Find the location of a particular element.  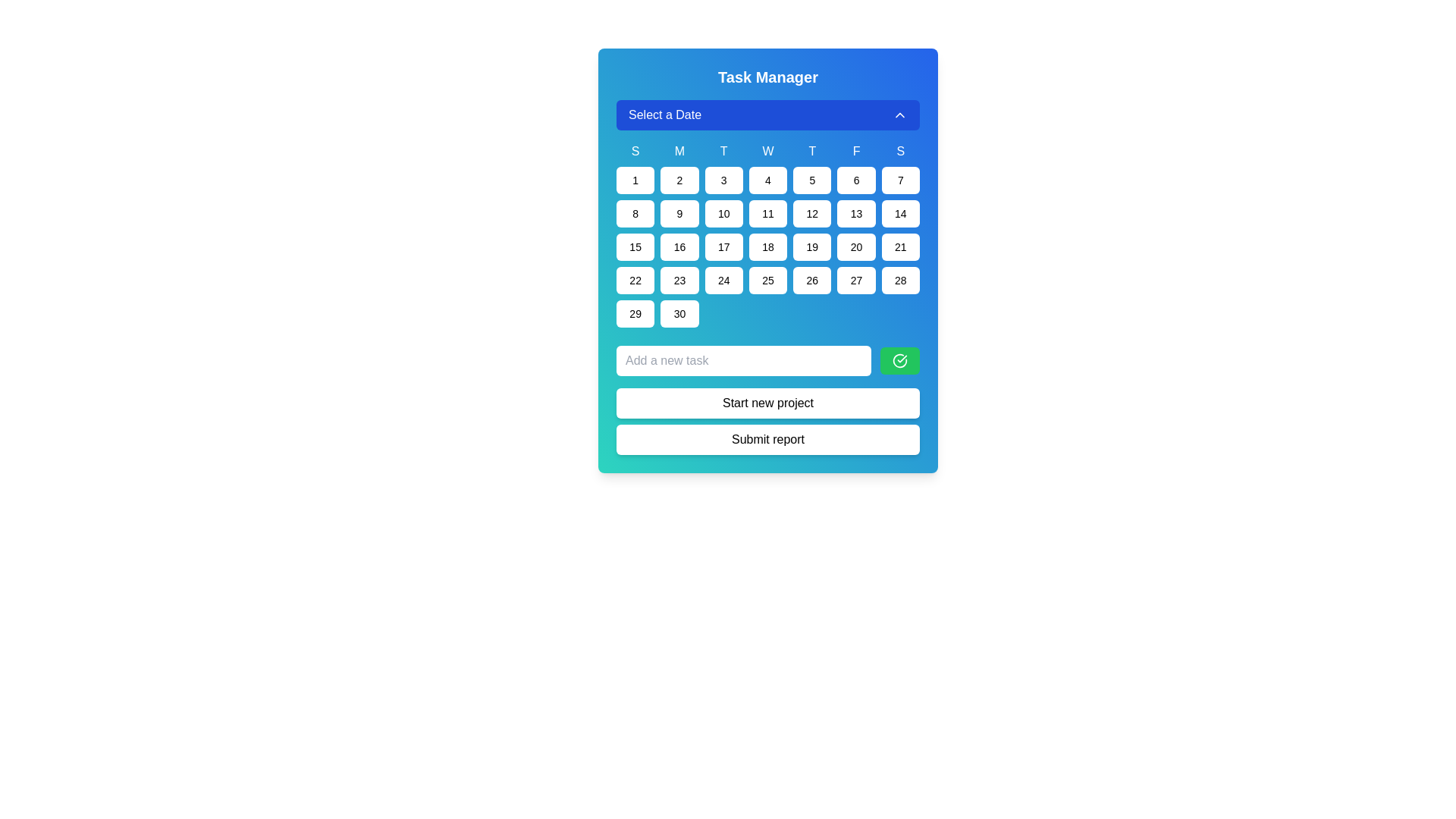

the Text Label indicating 'Tuesday' in the calendar view, positioned as the third element in the row between 'M' and 'W' is located at coordinates (723, 152).